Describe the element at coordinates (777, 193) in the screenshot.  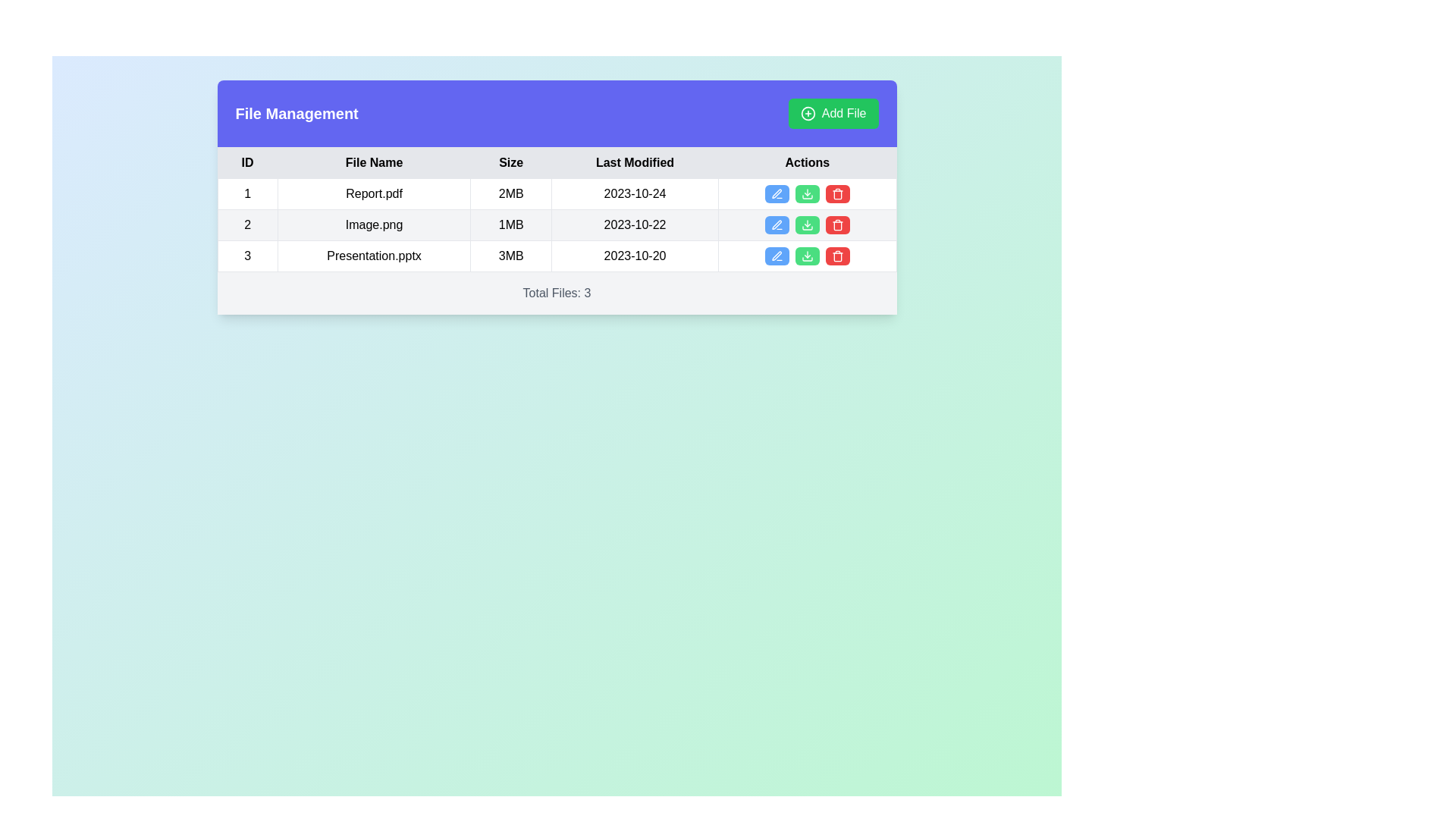
I see `the edit button located in the 'Actions' column of the first row in the table` at that location.